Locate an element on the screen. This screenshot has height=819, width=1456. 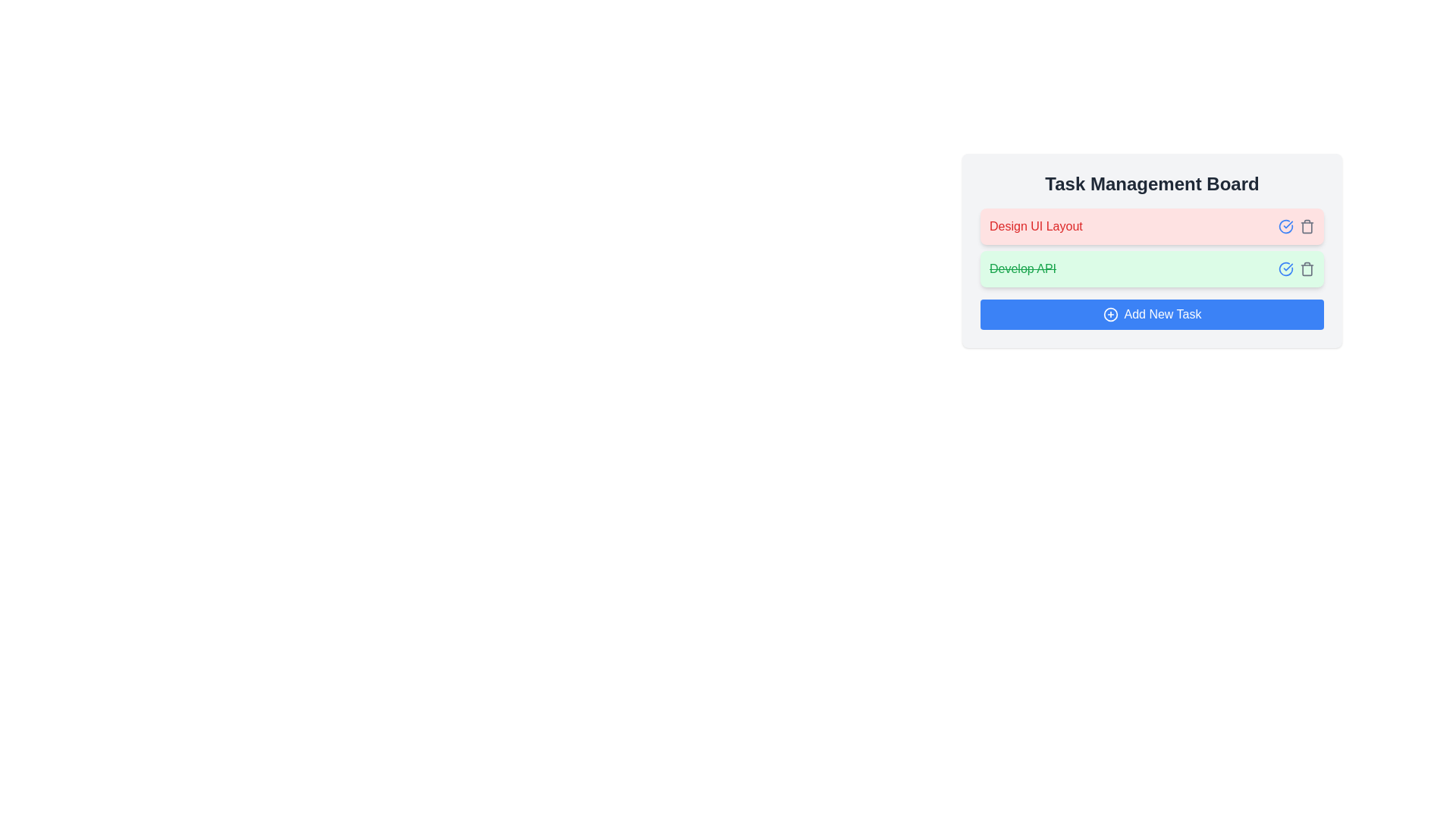
the red text label that boldly displays 'Design UI Layout', positioned near the top-left corner of its card in the Task Management Board interface is located at coordinates (1035, 227).